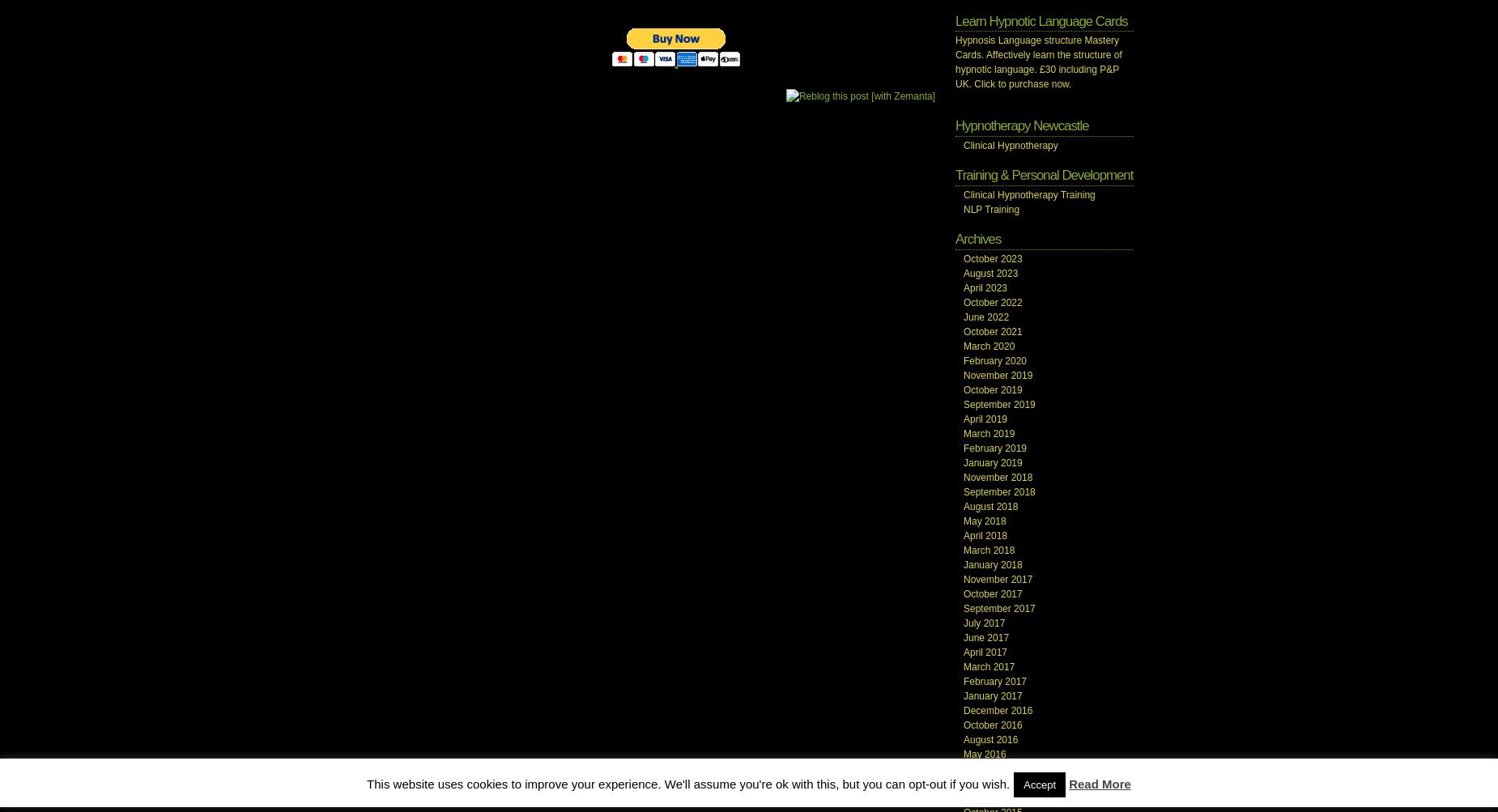 The image size is (1498, 812). I want to click on 'July 2017', so click(983, 622).